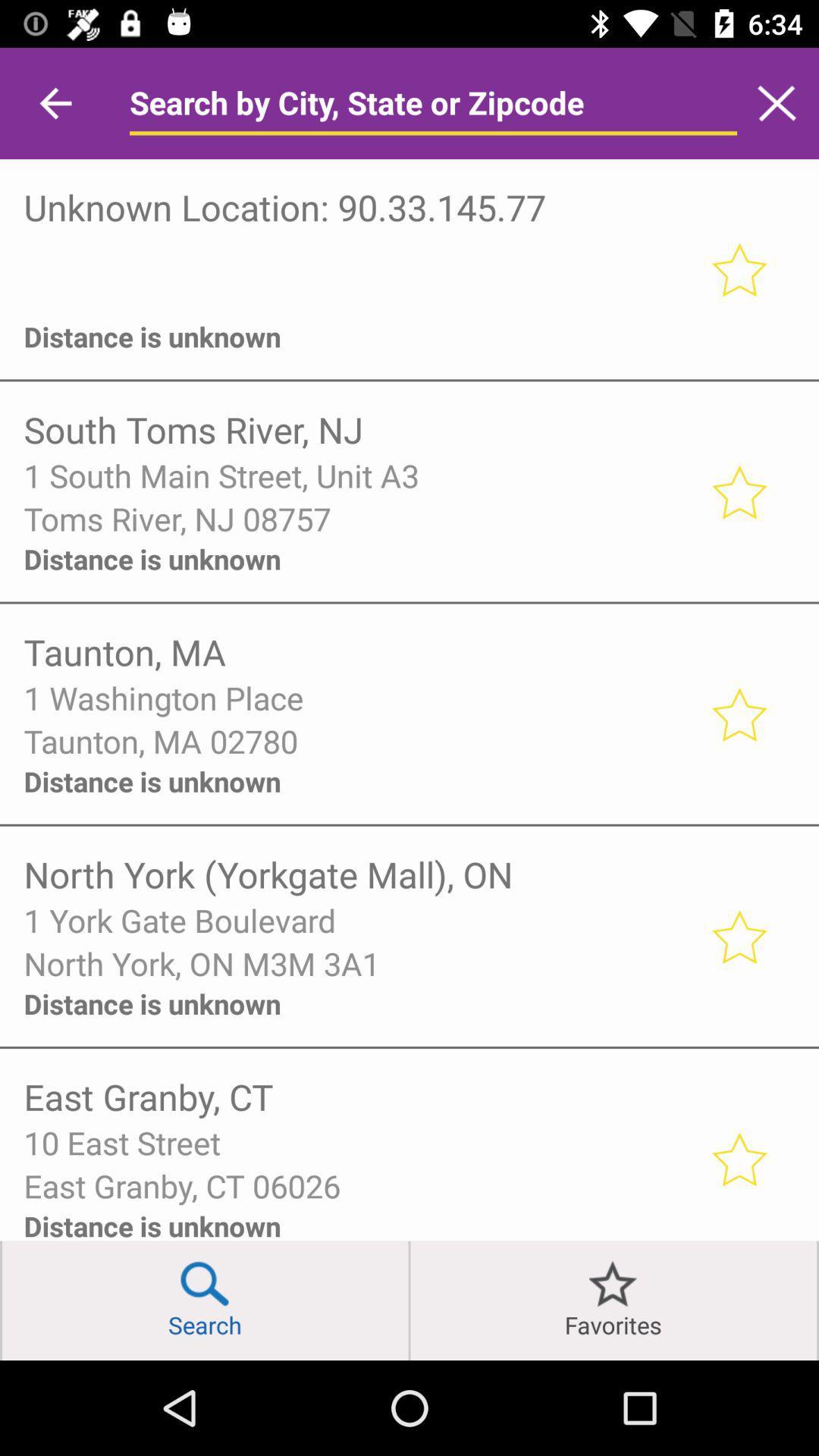 Image resolution: width=819 pixels, height=1456 pixels. Describe the element at coordinates (738, 713) in the screenshot. I see `like selection` at that location.